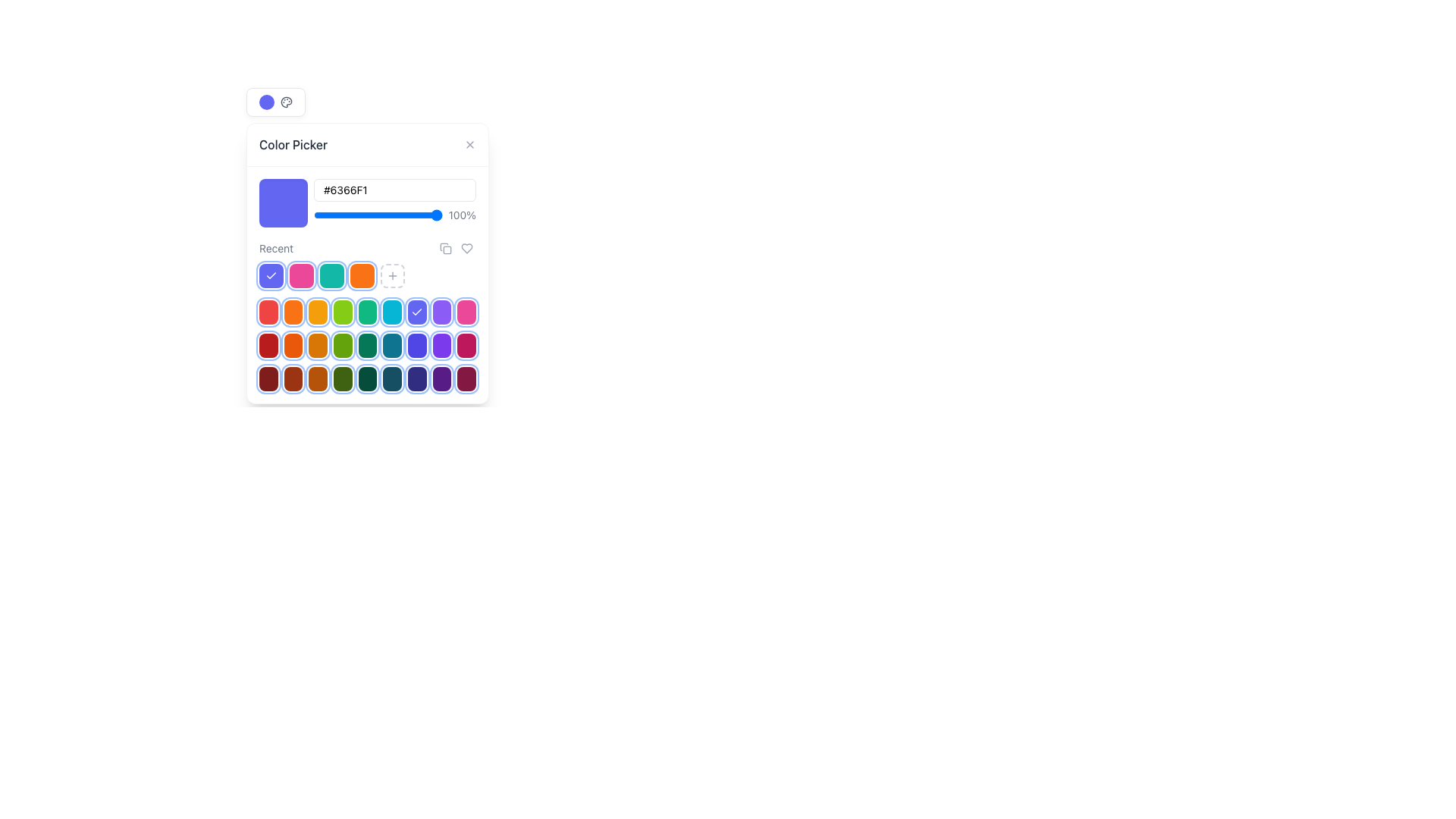 The height and width of the screenshot is (819, 1456). I want to click on the button with a white background and blue circular icon for keyboard navigation, so click(276, 102).